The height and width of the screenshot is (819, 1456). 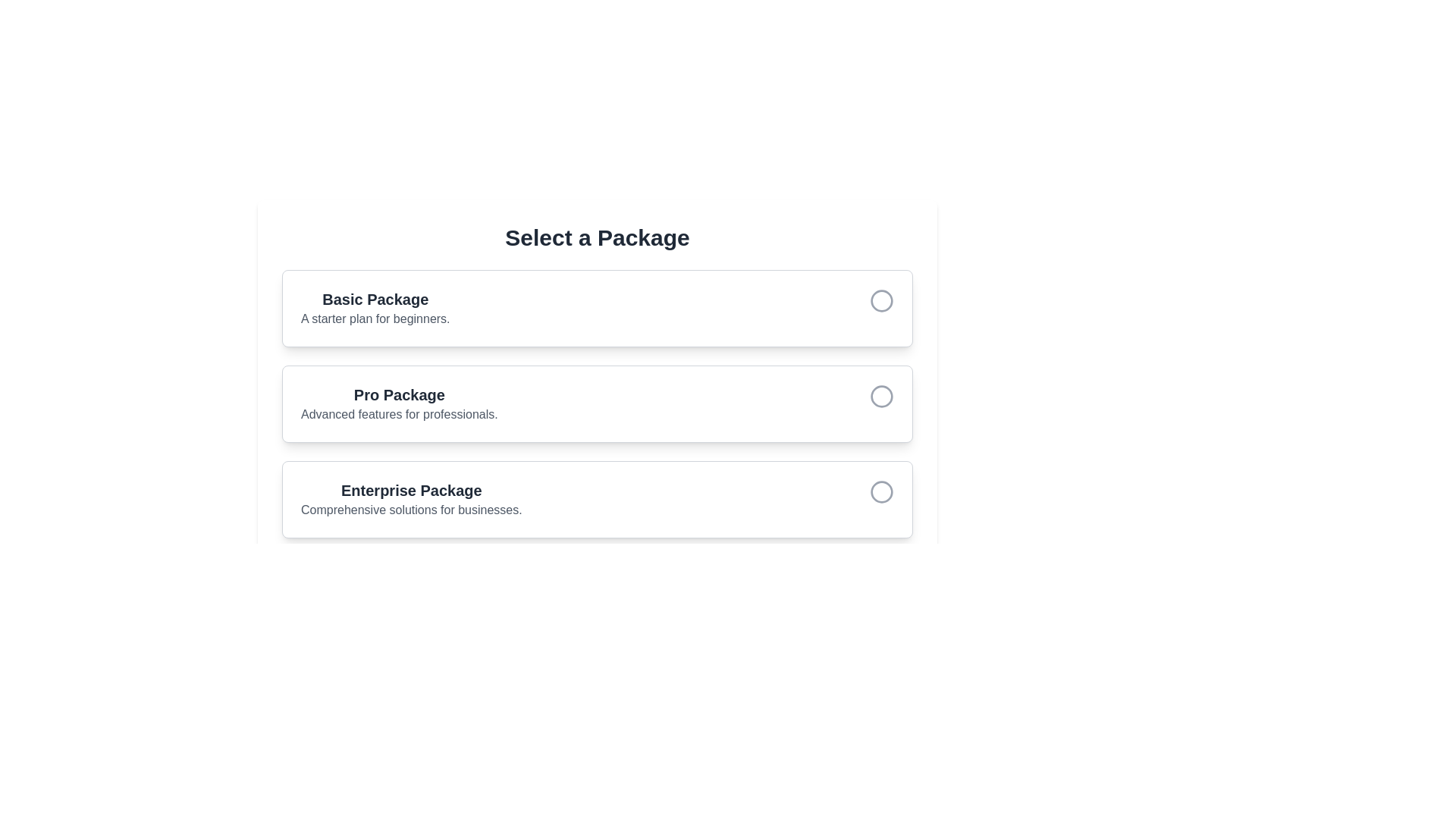 What do you see at coordinates (399, 394) in the screenshot?
I see `the text element displaying 'Pro Package', which is located at the top of the second package card in a vertically aligned list of three options` at bounding box center [399, 394].